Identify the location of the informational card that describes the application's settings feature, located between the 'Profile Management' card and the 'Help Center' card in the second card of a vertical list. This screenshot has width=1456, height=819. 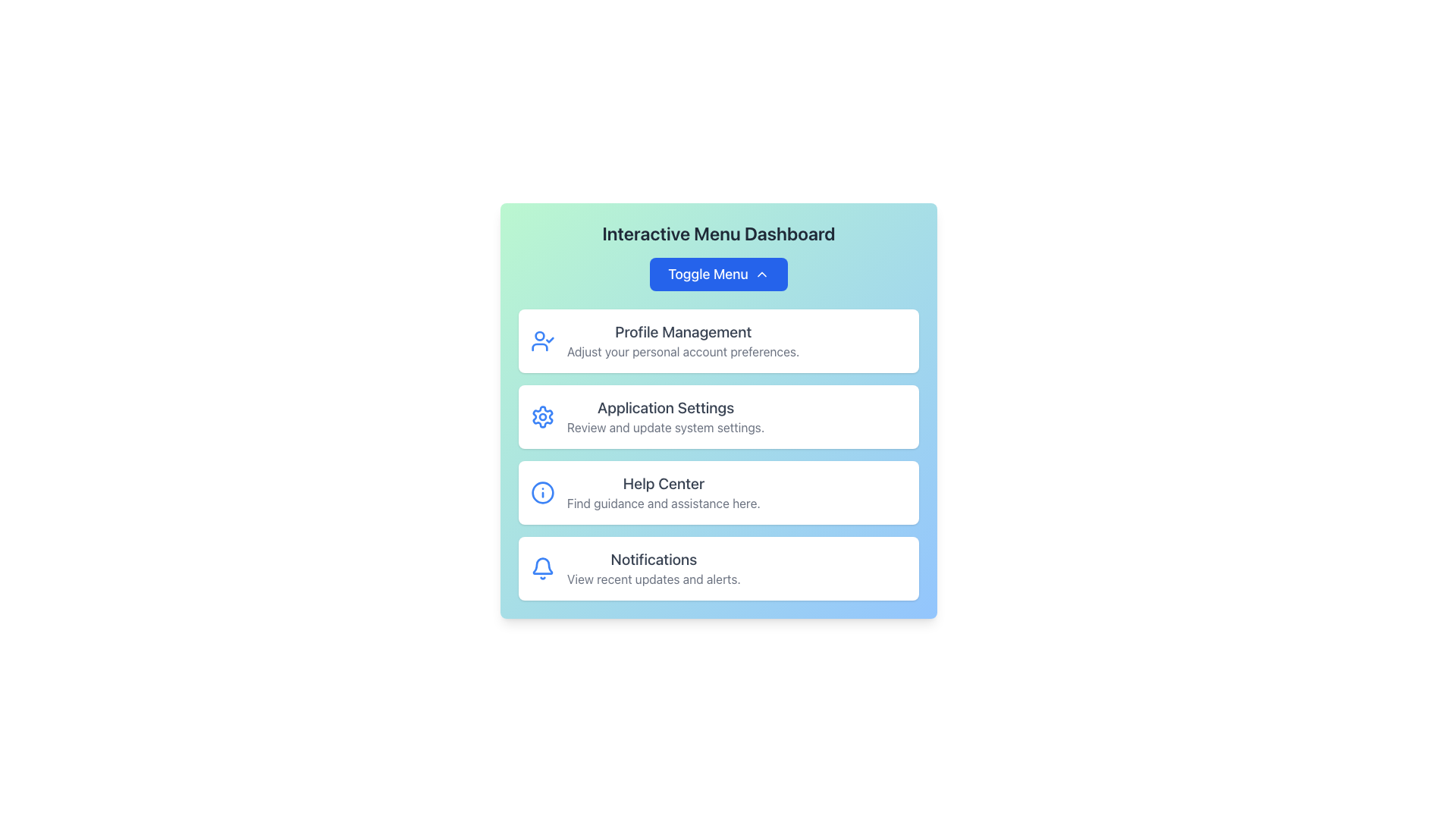
(666, 417).